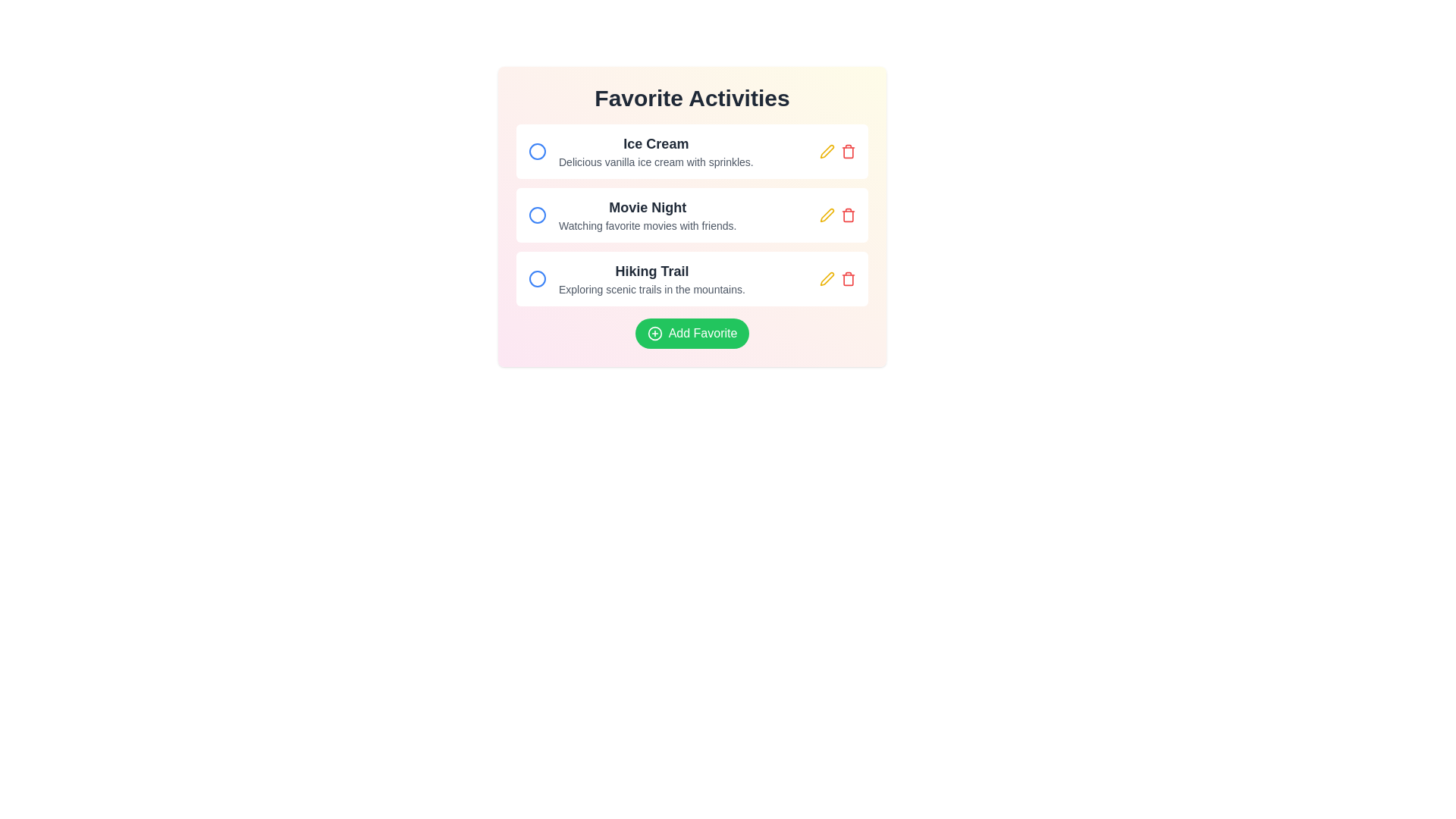  What do you see at coordinates (538, 278) in the screenshot?
I see `the blue circular icon with a thin border that represents the 'Hiking Trail' in the 'Favorite Activities' list` at bounding box center [538, 278].